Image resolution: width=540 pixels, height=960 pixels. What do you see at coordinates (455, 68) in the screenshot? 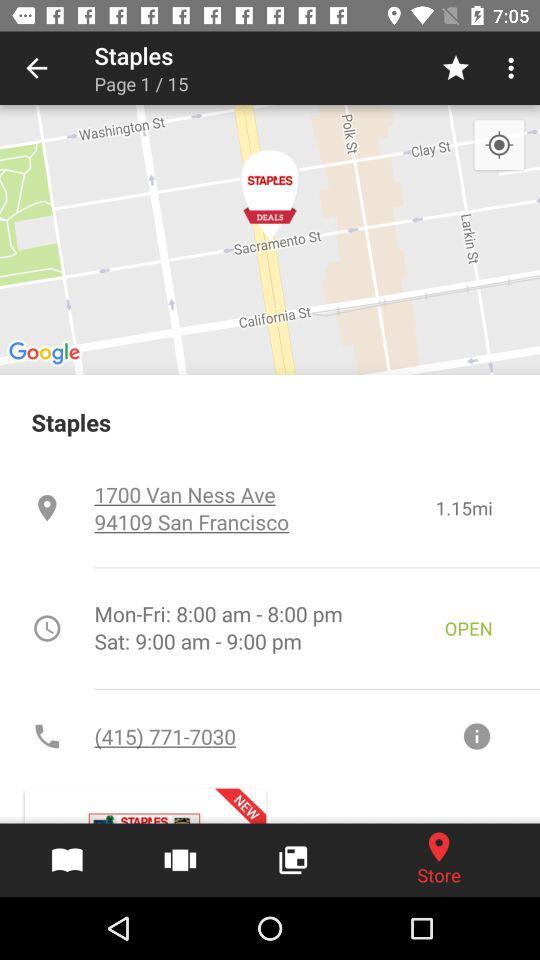
I see `the icon next to the page 1 / 15 icon` at bounding box center [455, 68].